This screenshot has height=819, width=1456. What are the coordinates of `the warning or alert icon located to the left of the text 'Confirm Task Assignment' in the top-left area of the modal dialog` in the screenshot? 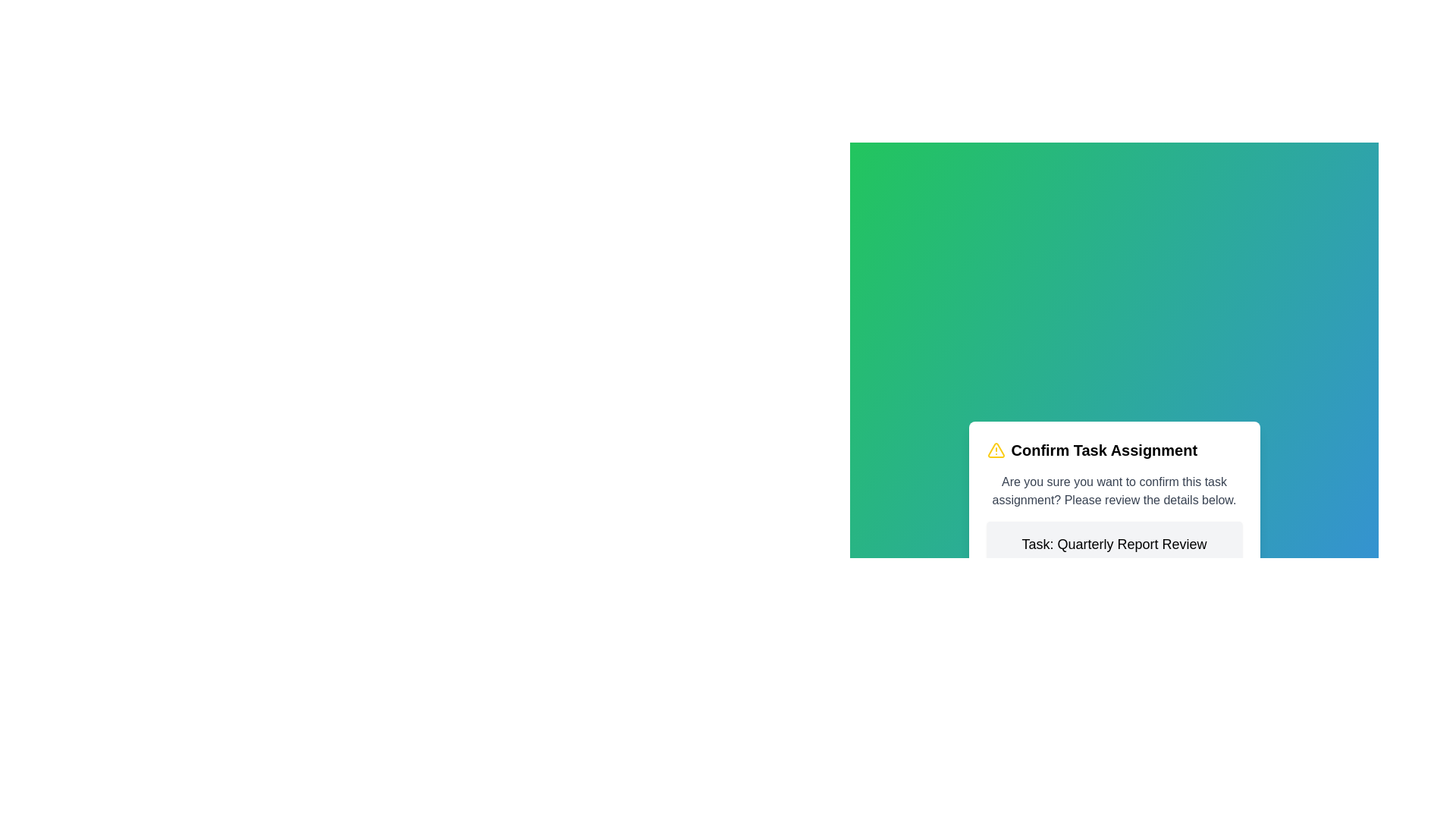 It's located at (996, 450).